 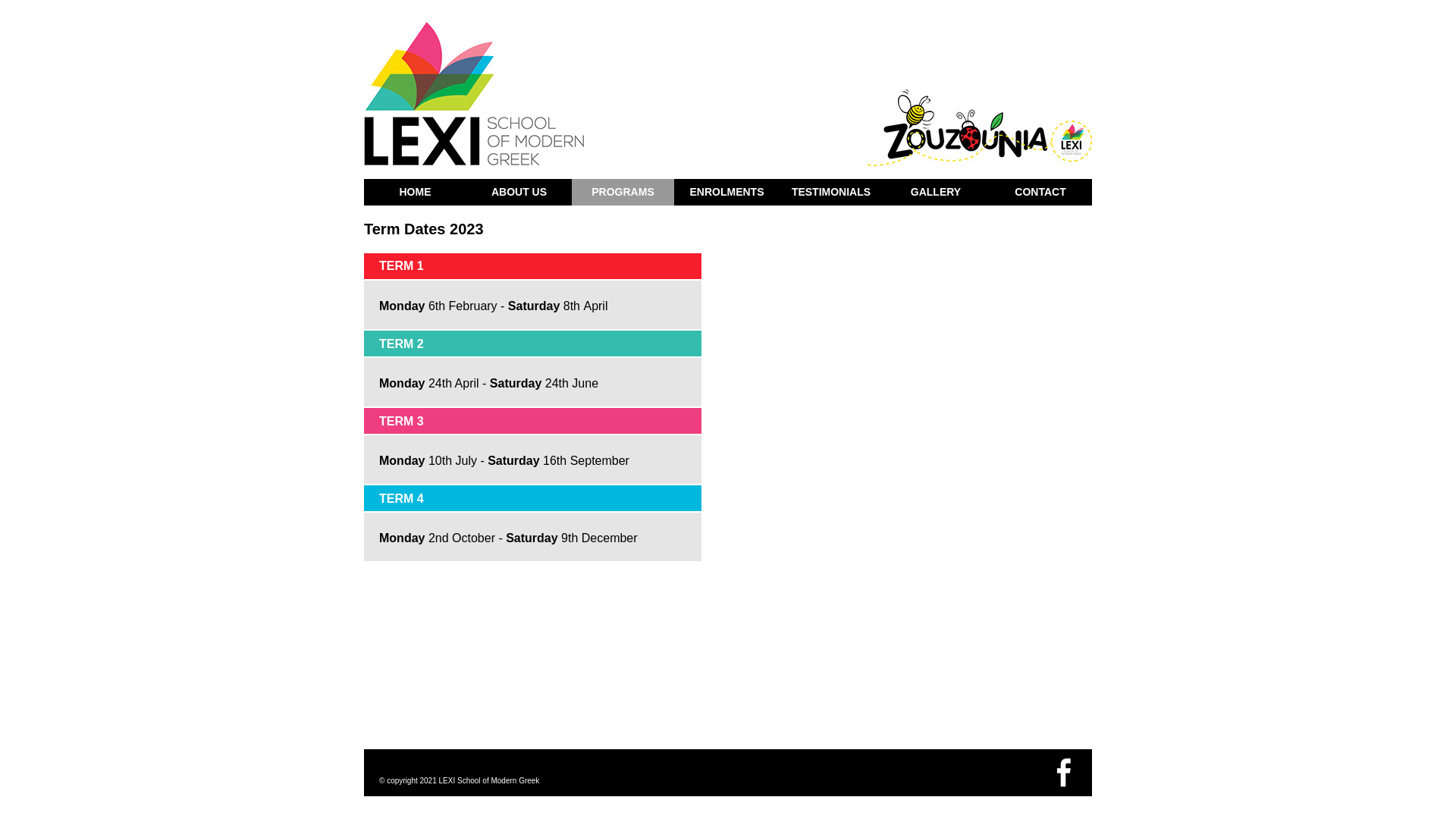 I want to click on 'ABOUT US', so click(x=519, y=191).